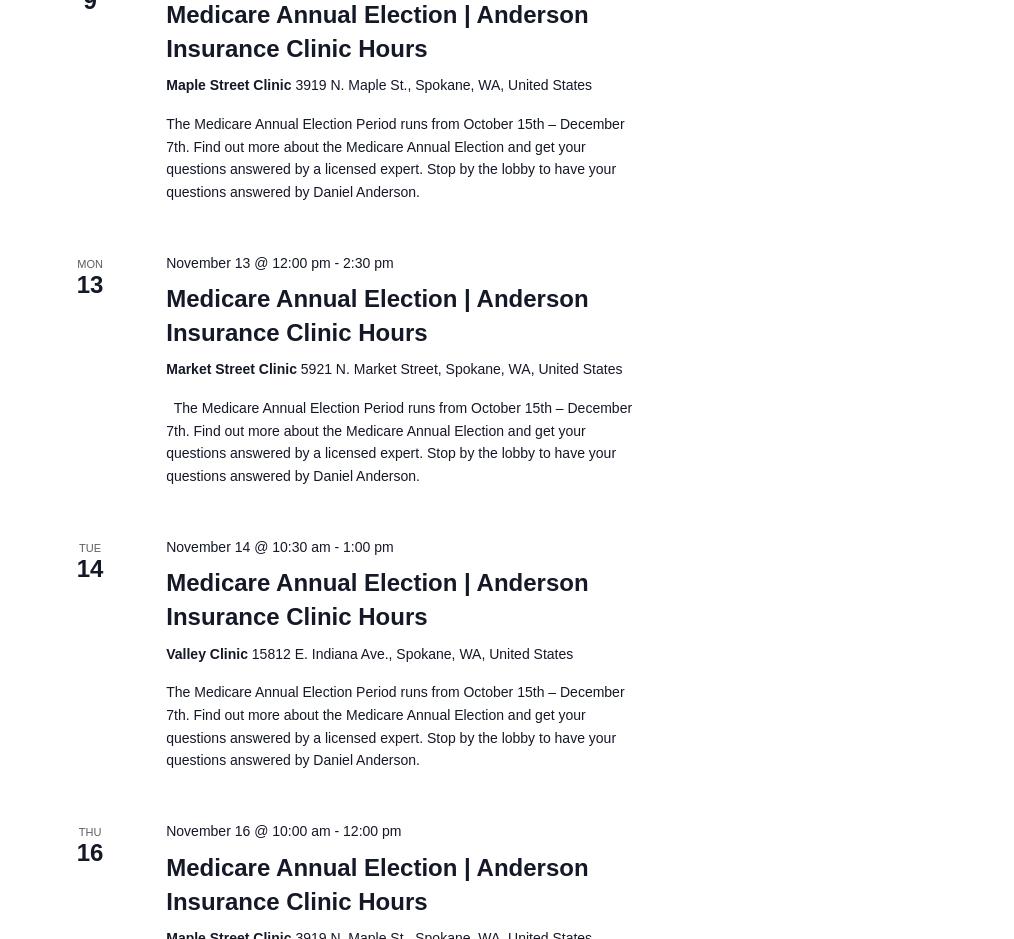  What do you see at coordinates (229, 84) in the screenshot?
I see `'Maple Street Clinic'` at bounding box center [229, 84].